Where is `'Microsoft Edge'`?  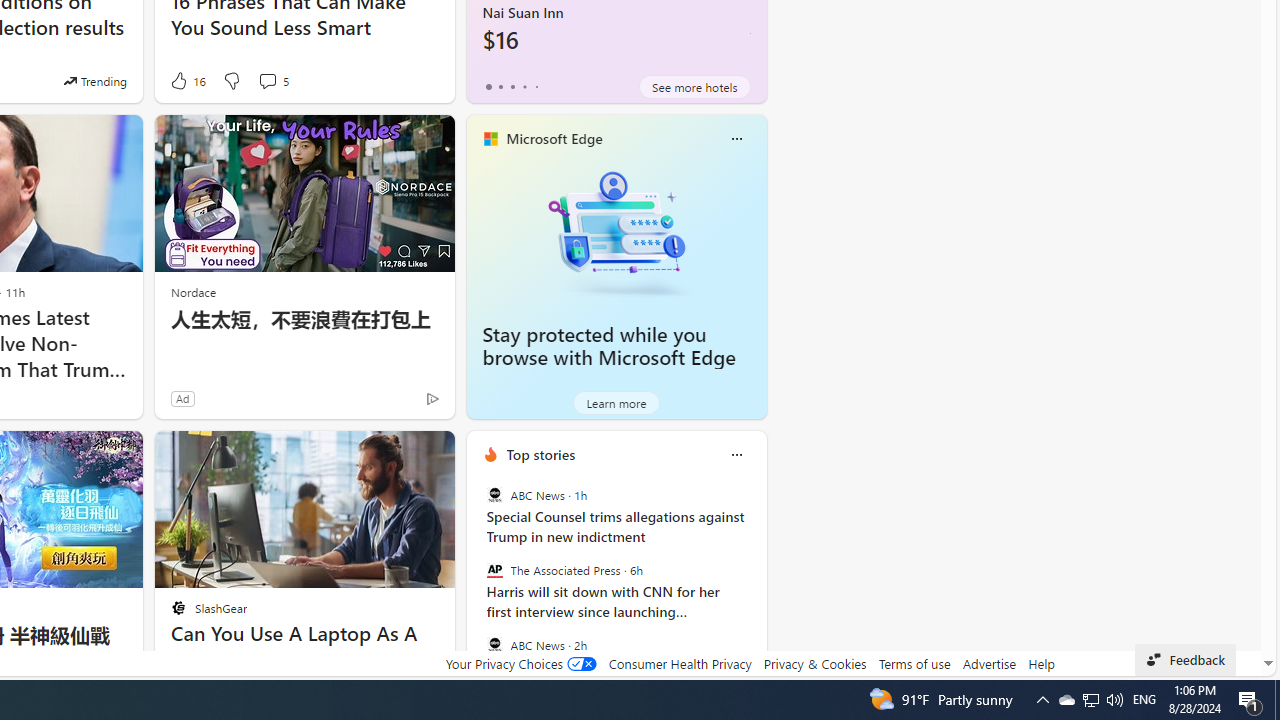 'Microsoft Edge' is located at coordinates (554, 138).